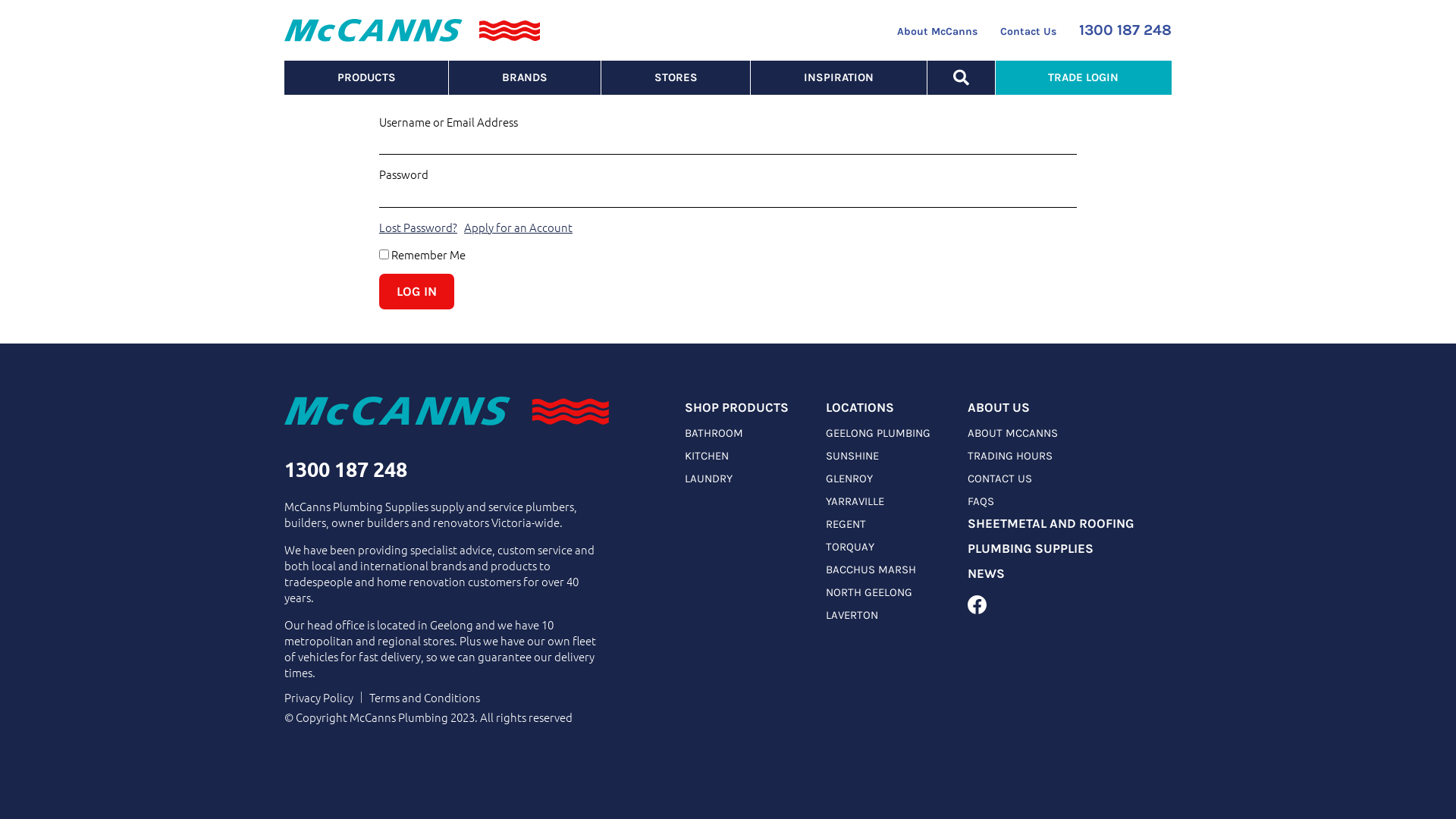 This screenshot has height=819, width=1456. I want to click on 'SHOP PRODUCTS', so click(736, 406).